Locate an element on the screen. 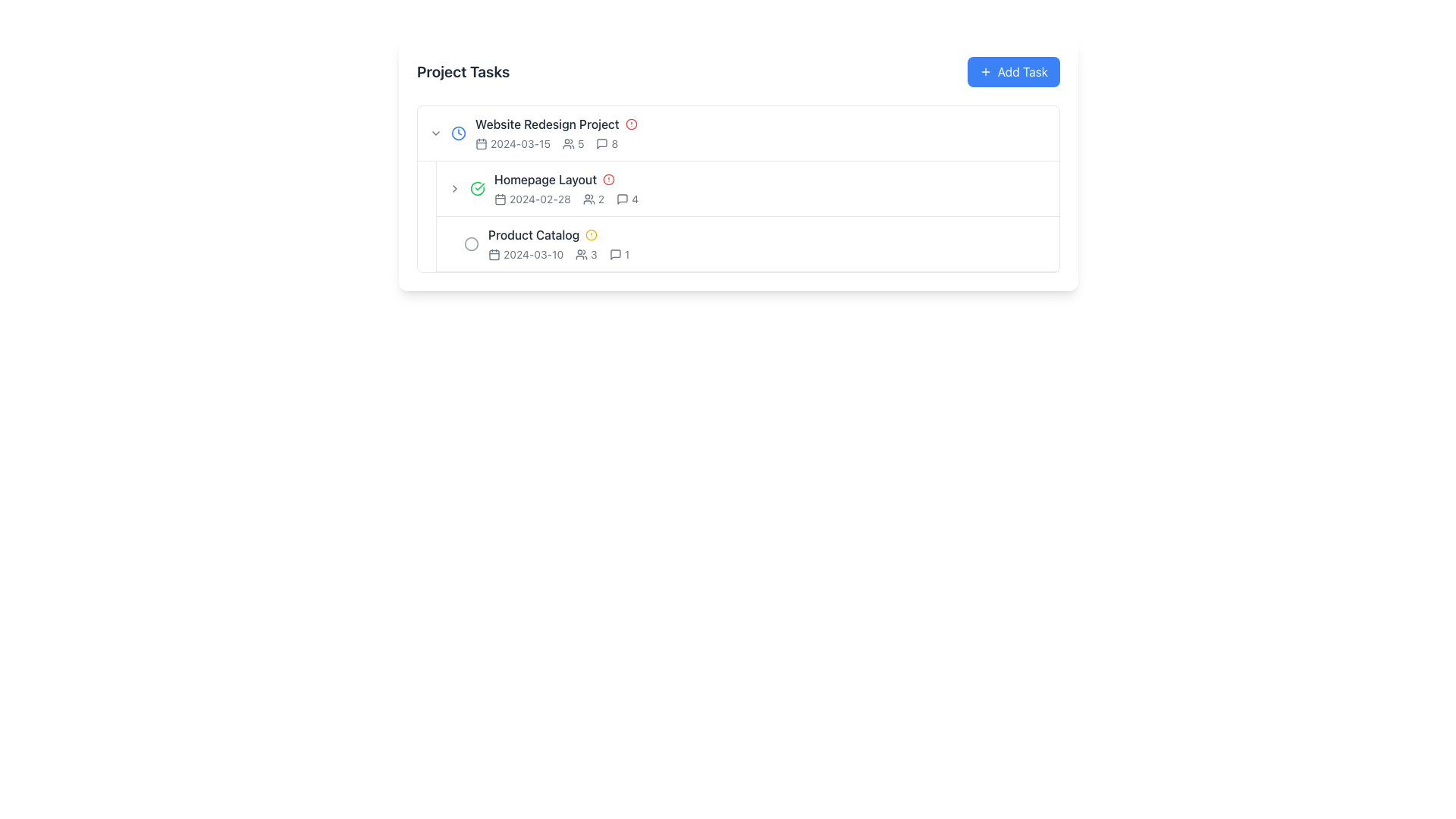  the text label displaying the date '2024-03-10' with a calendar icon, which is the first item in the 'Product Catalog' list row is located at coordinates (526, 253).